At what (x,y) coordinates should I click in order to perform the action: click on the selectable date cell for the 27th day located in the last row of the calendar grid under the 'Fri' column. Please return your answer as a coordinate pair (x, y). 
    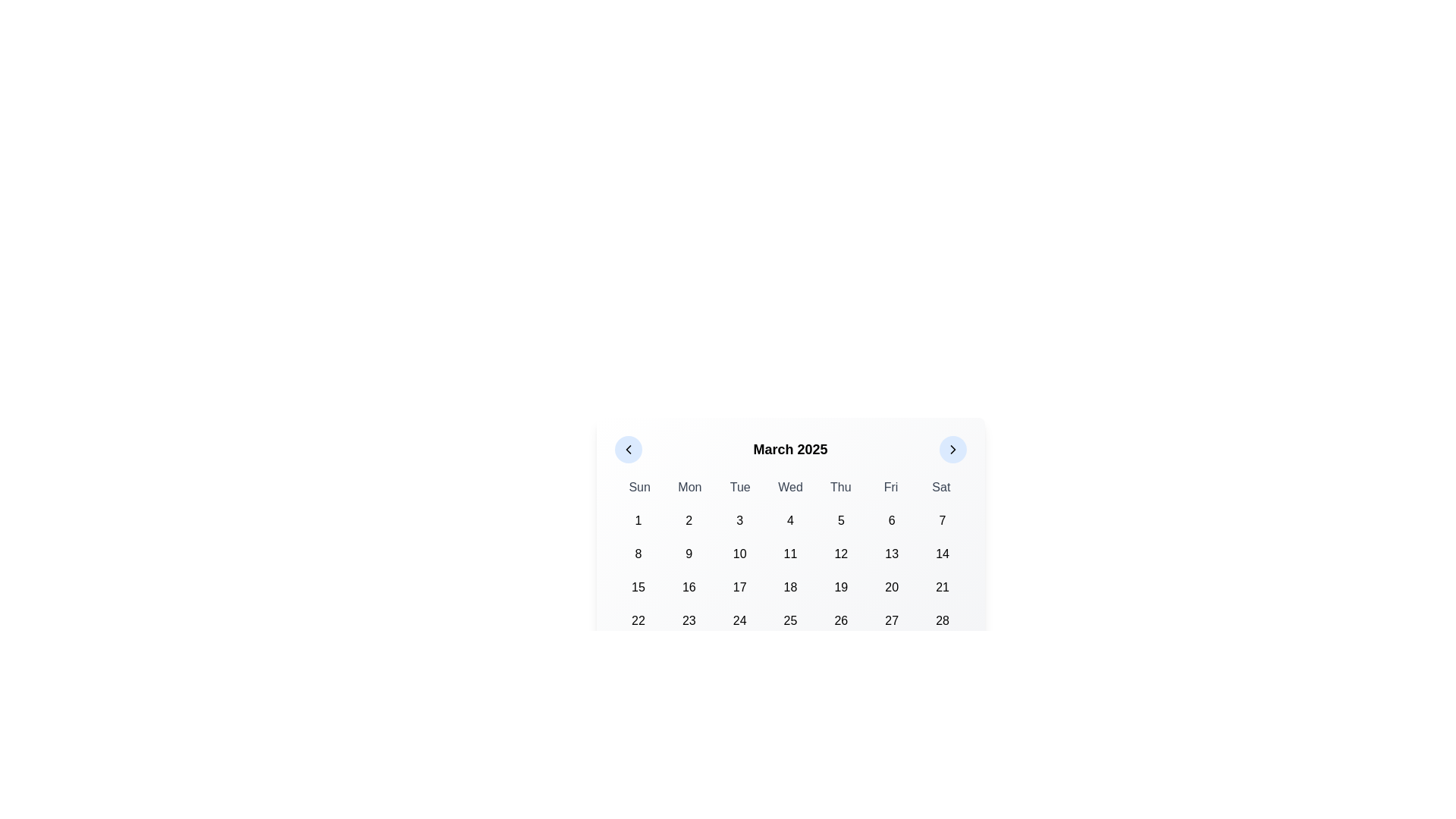
    Looking at the image, I should click on (892, 620).